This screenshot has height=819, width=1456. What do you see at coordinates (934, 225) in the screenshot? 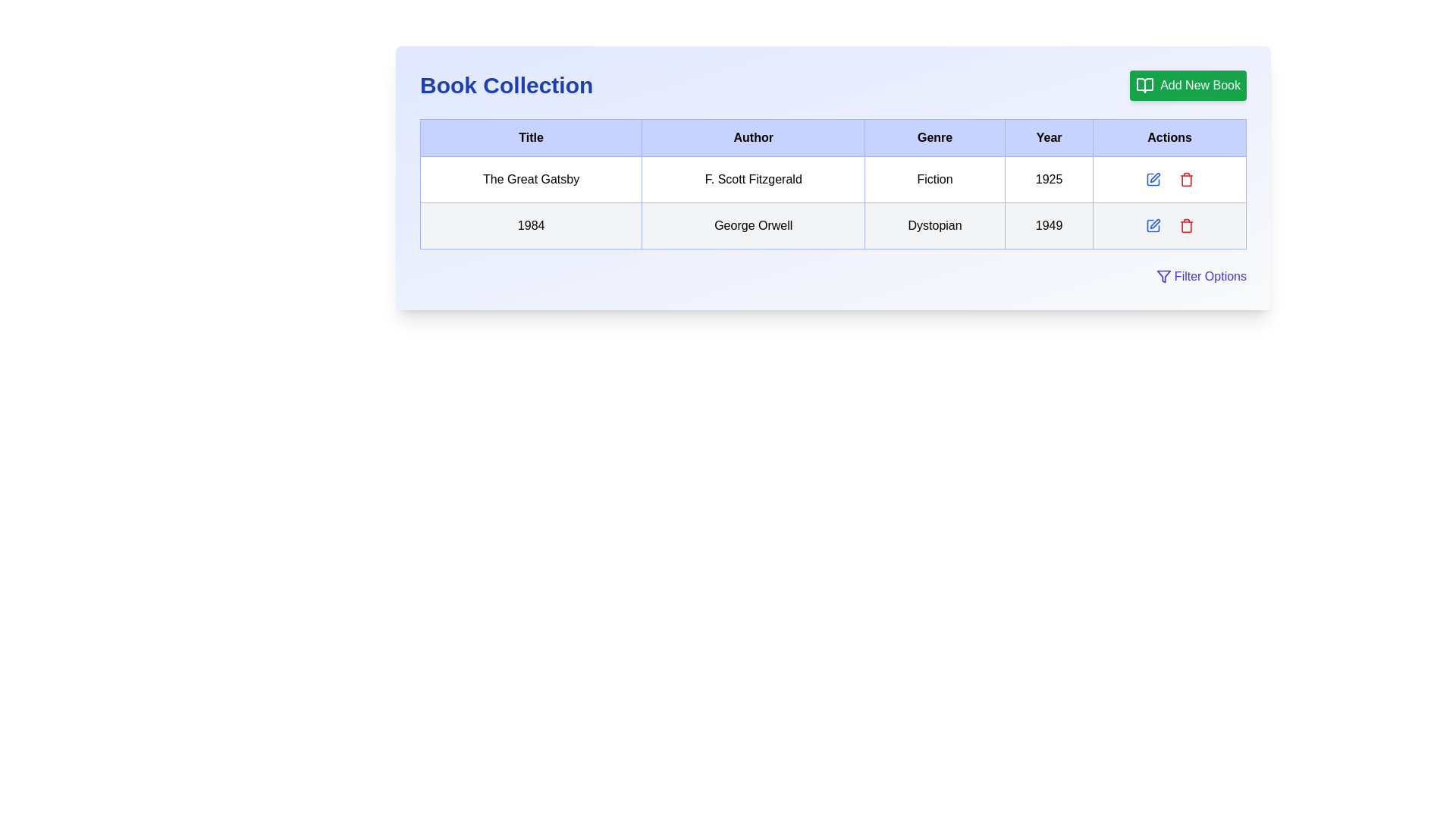
I see `the text label displaying 'Dystopian' in black font within the 'Book Collection' section, located in the third column and second row of the table` at bounding box center [934, 225].